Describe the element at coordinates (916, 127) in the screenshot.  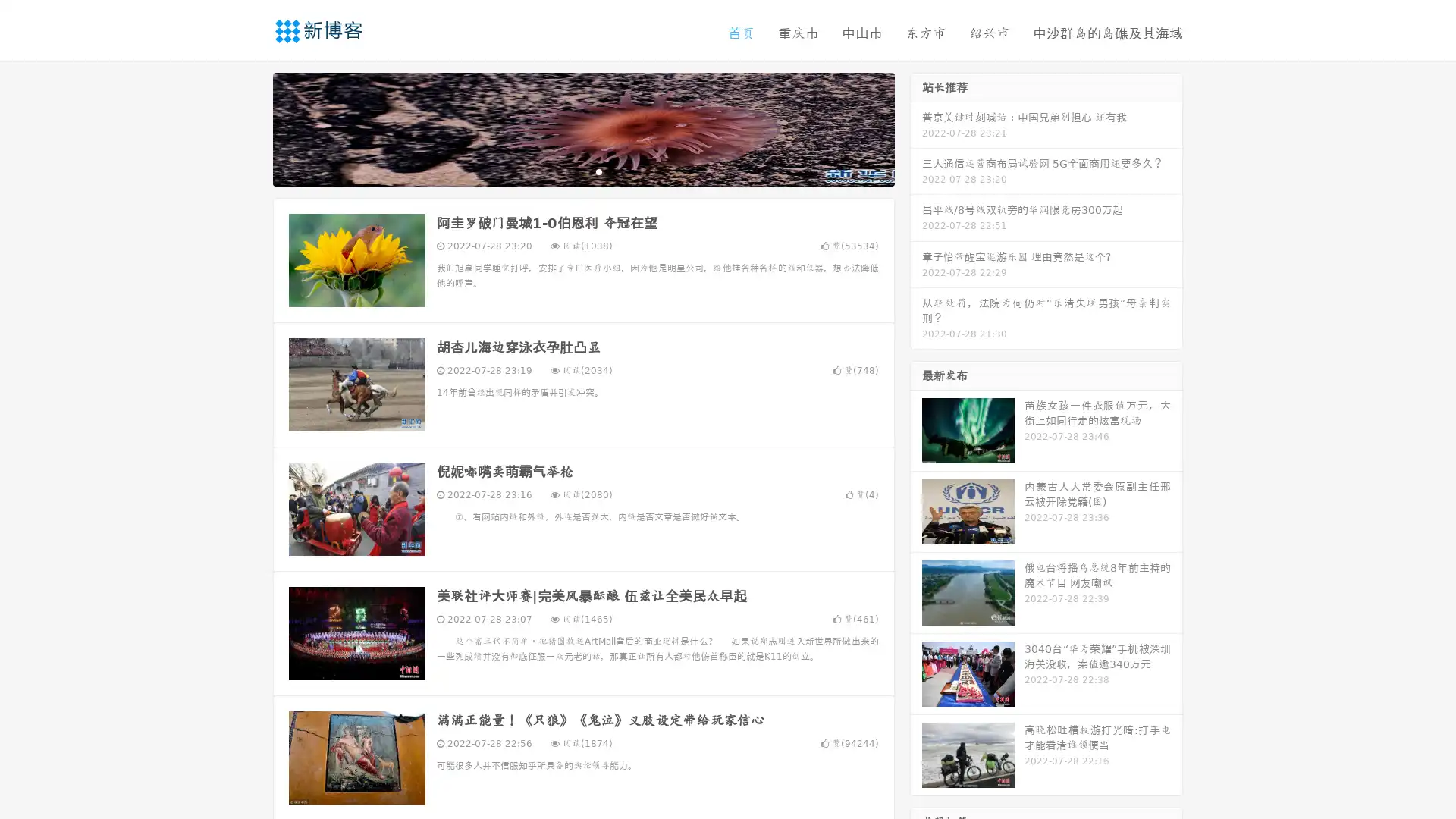
I see `Next slide` at that location.